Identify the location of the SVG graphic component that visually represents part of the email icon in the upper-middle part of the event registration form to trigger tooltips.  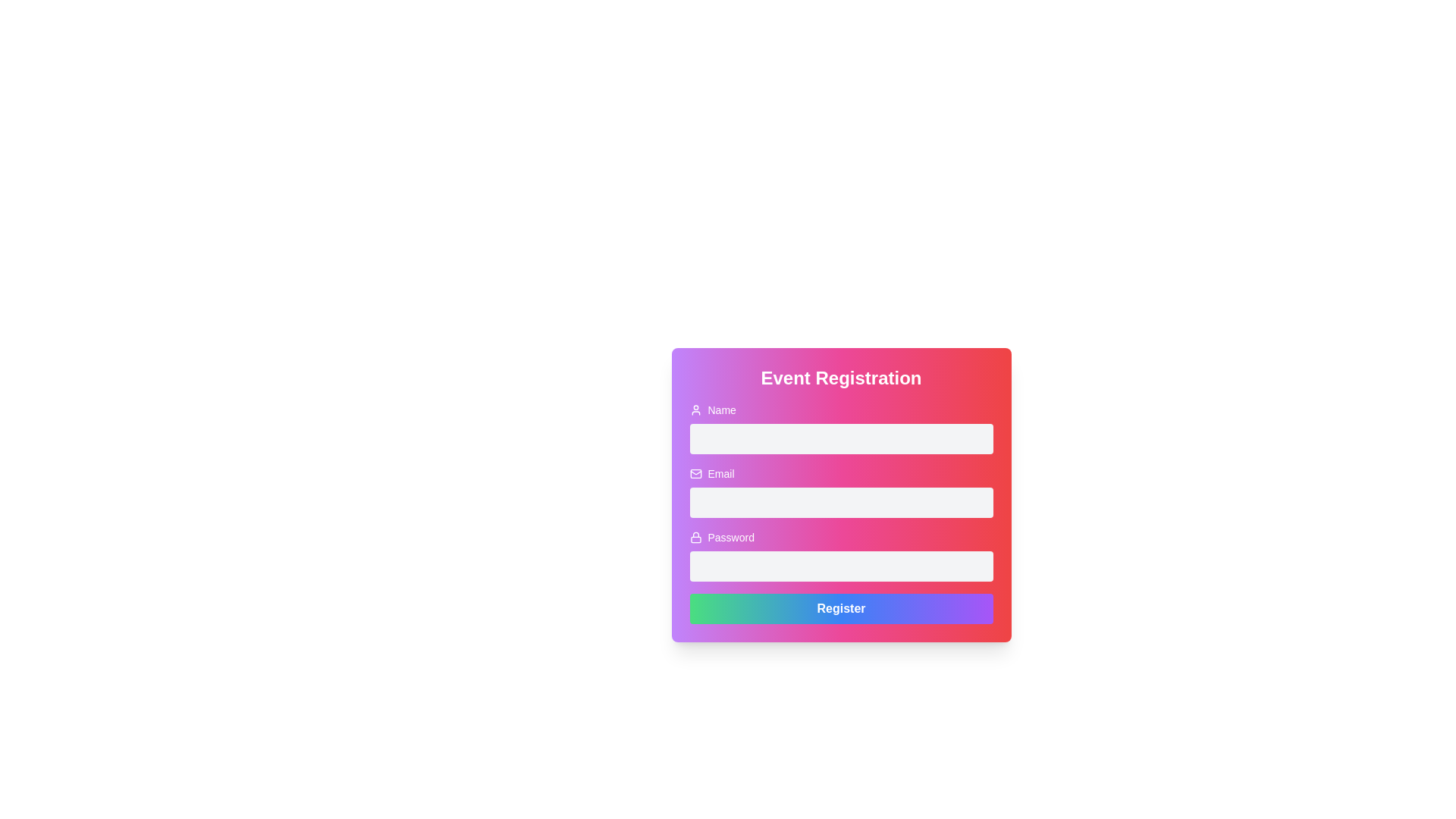
(695, 472).